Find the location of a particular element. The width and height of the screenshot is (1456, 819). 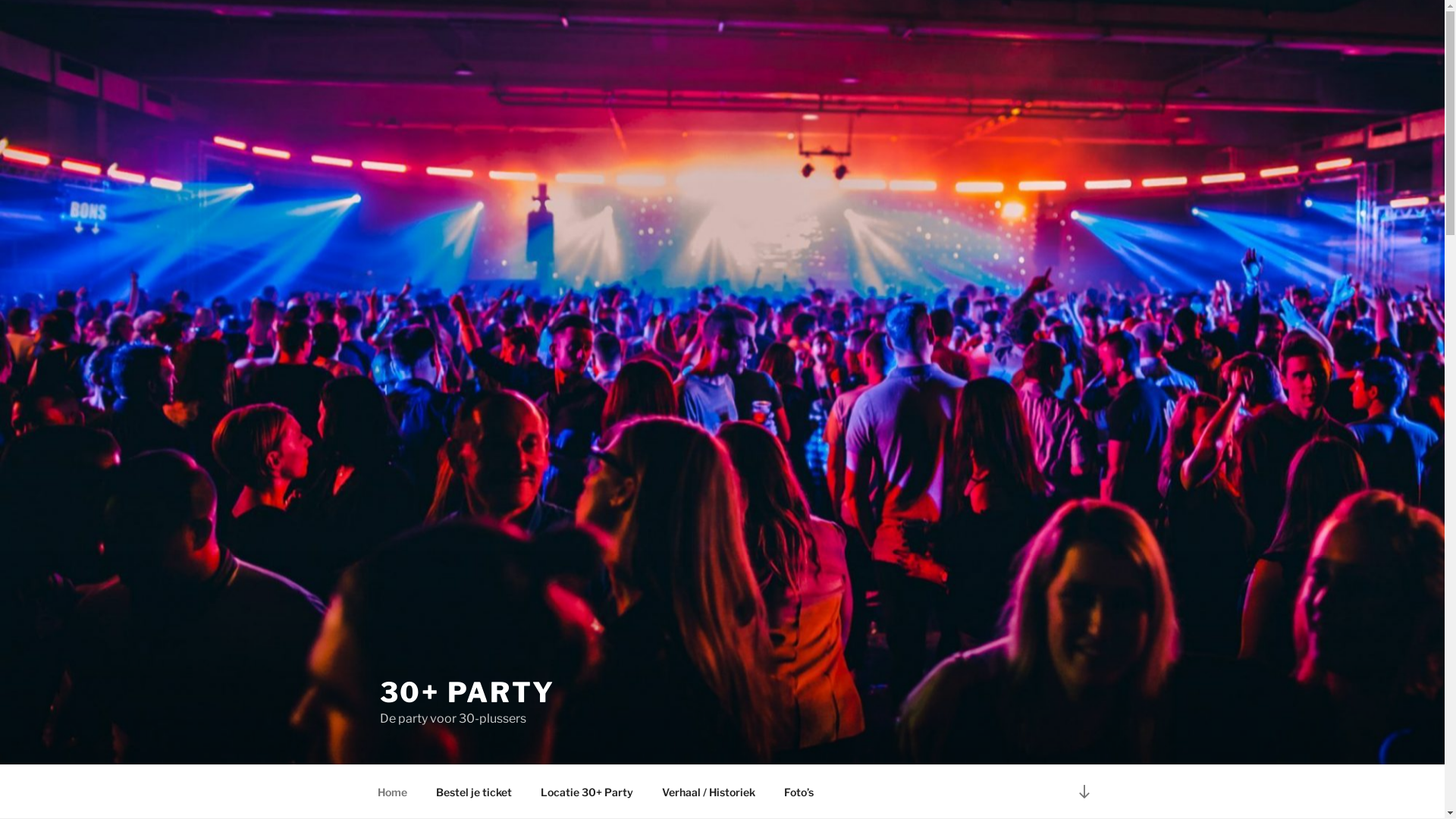

'Home' is located at coordinates (392, 791).